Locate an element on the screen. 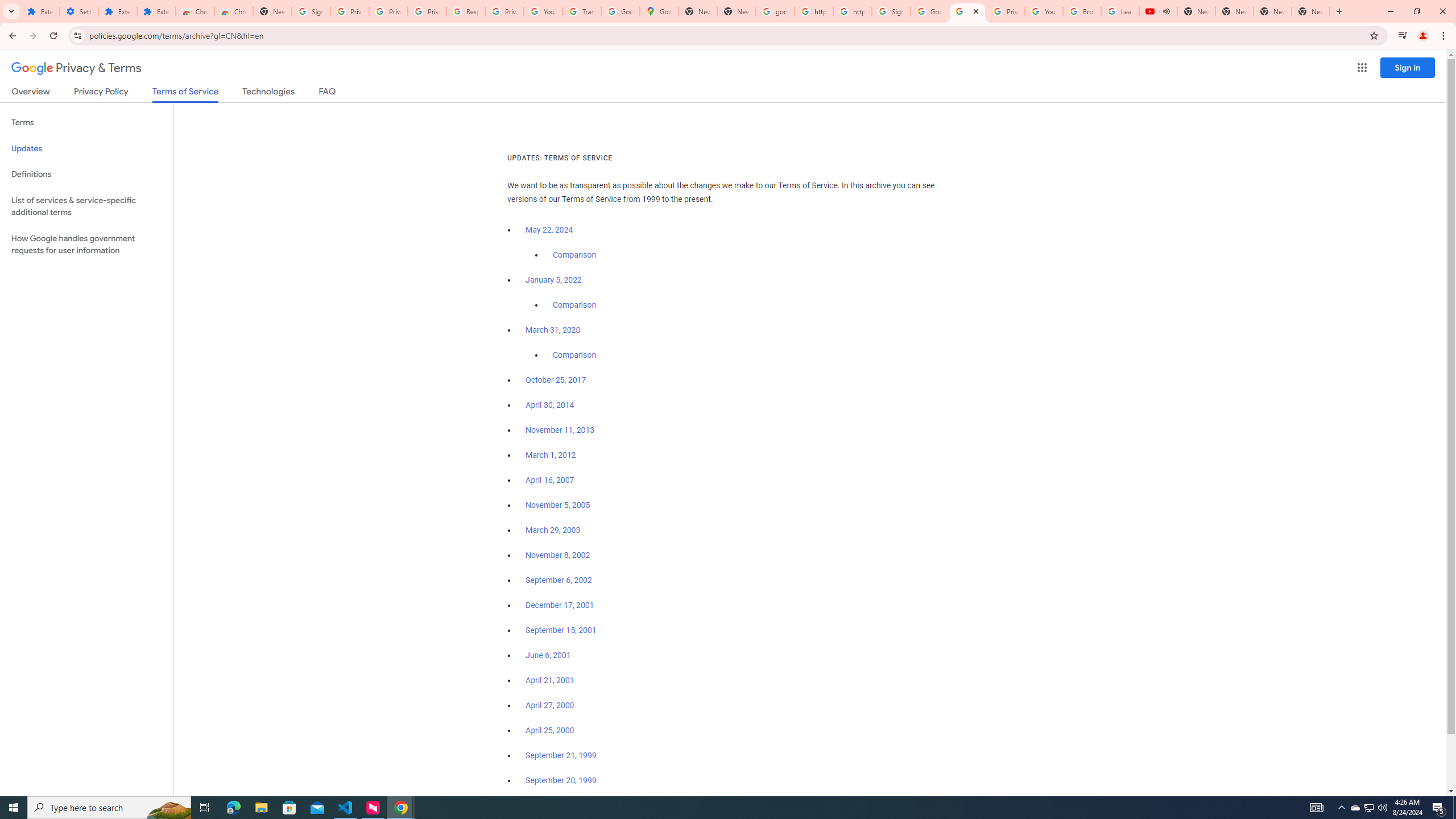 Image resolution: width=1456 pixels, height=819 pixels. 'Definitions' is located at coordinates (86, 174).